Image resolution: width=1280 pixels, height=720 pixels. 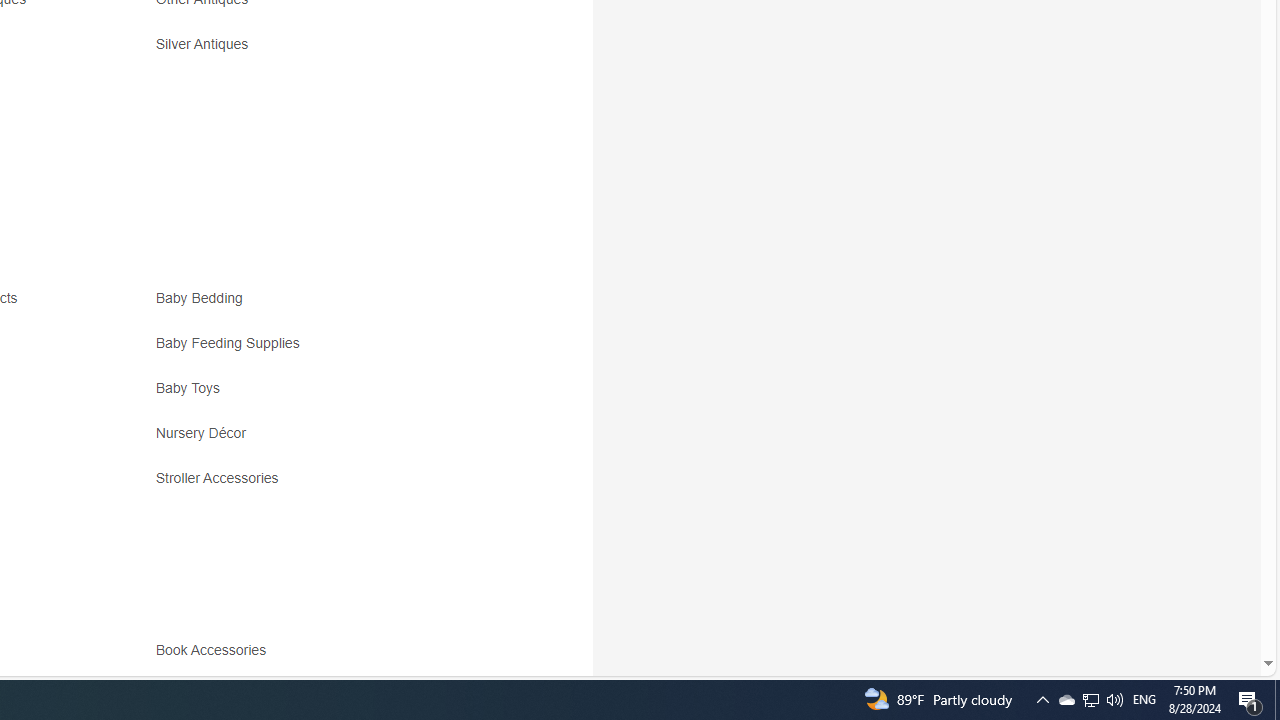 What do you see at coordinates (332, 657) in the screenshot?
I see `'Book Accessories'` at bounding box center [332, 657].